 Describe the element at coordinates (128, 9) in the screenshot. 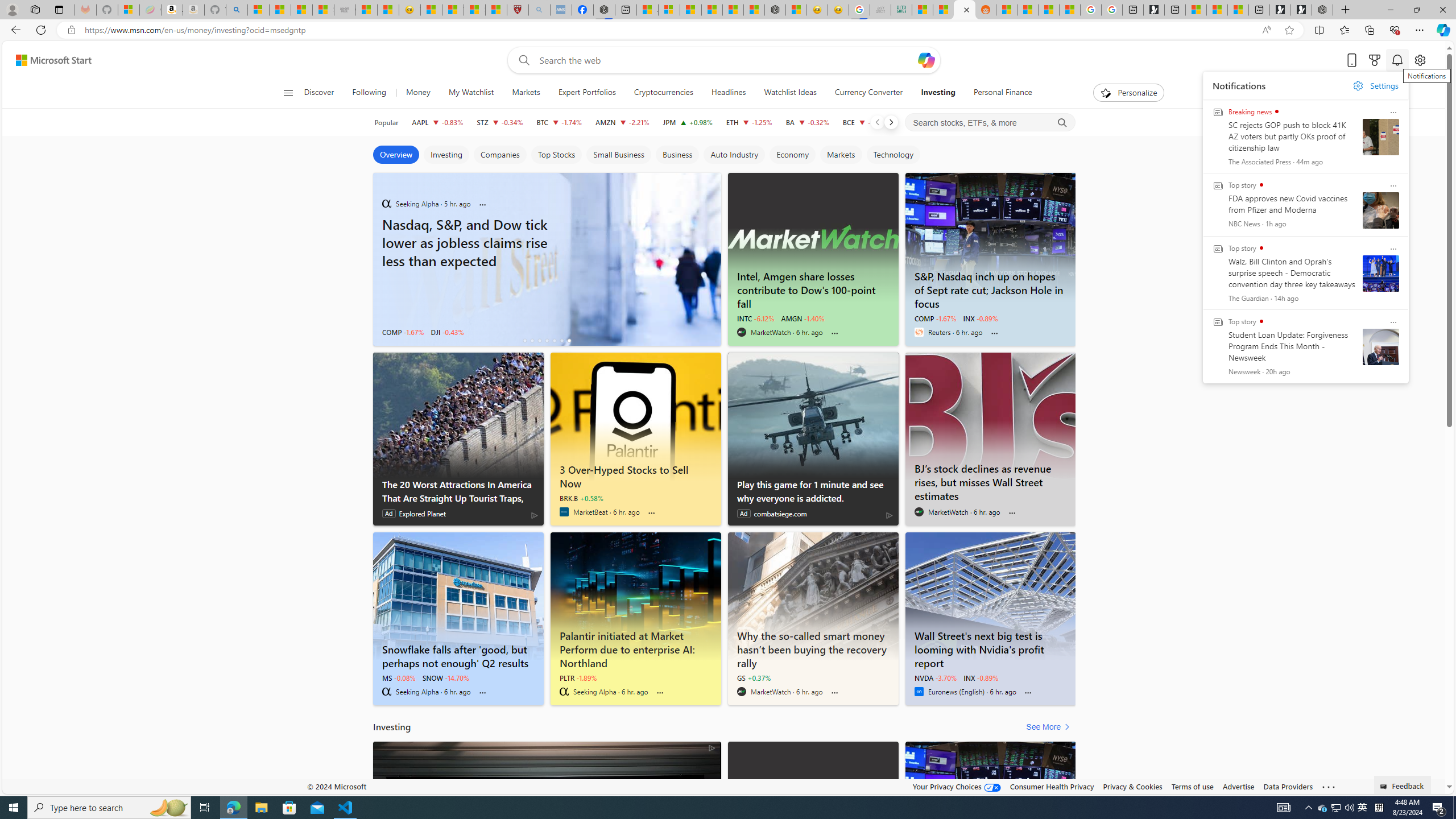

I see `'Microsoft-Report a Concern to Bing'` at that location.